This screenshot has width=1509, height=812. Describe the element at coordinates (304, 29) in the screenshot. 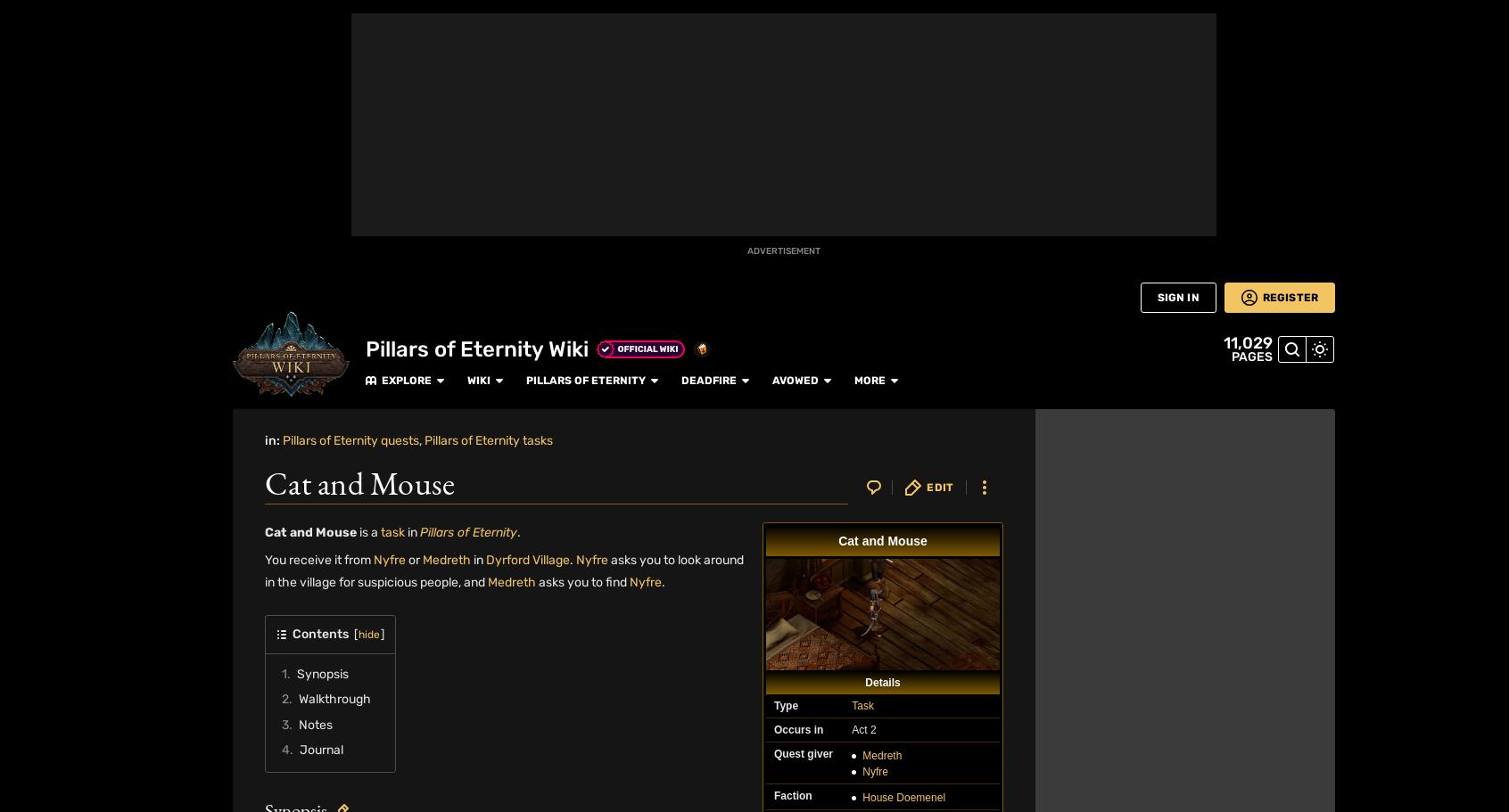

I see `'30007'` at that location.